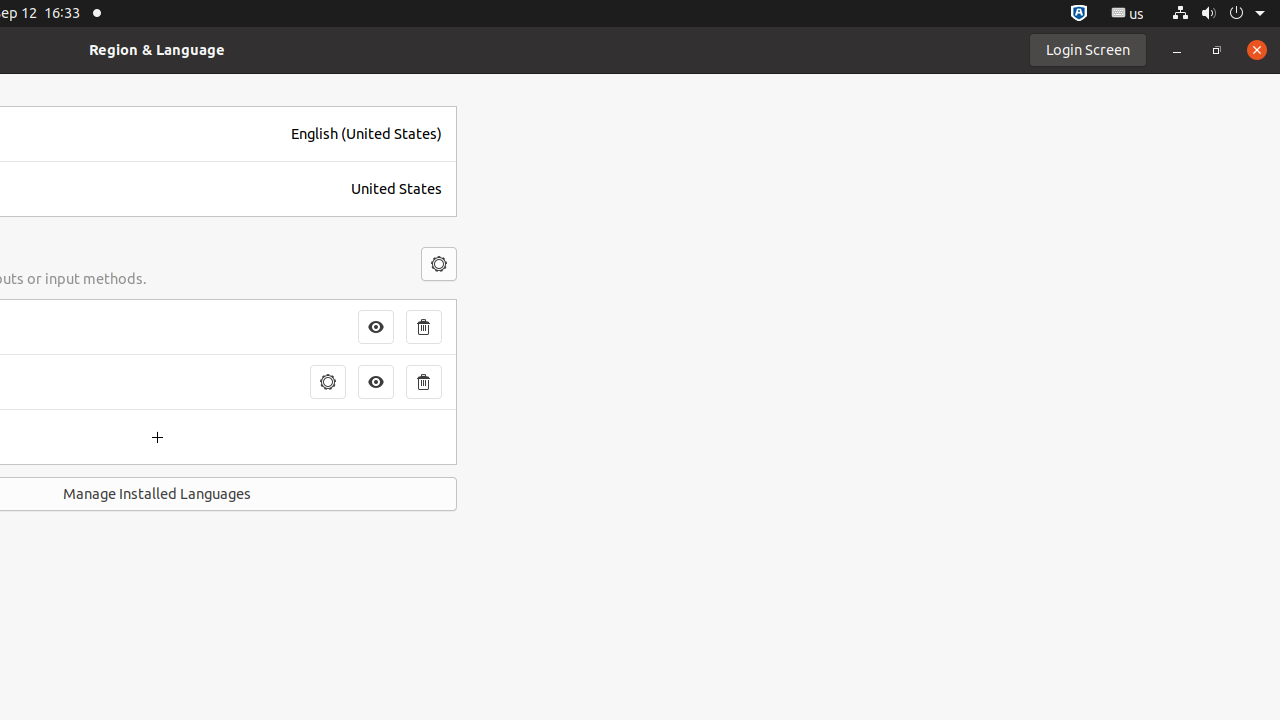 Image resolution: width=1280 pixels, height=720 pixels. I want to click on 'Minimize', so click(1176, 48).